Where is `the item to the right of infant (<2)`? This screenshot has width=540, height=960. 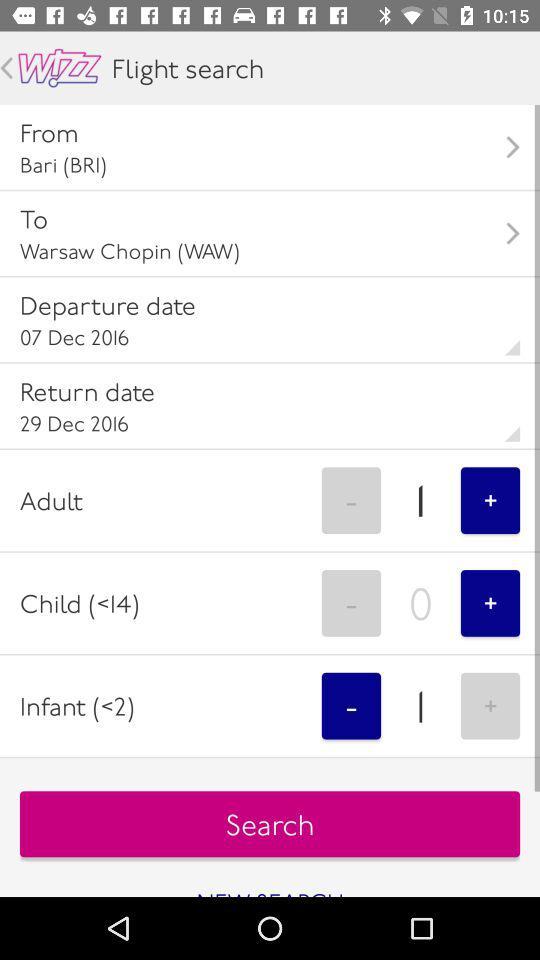 the item to the right of infant (<2) is located at coordinates (350, 706).